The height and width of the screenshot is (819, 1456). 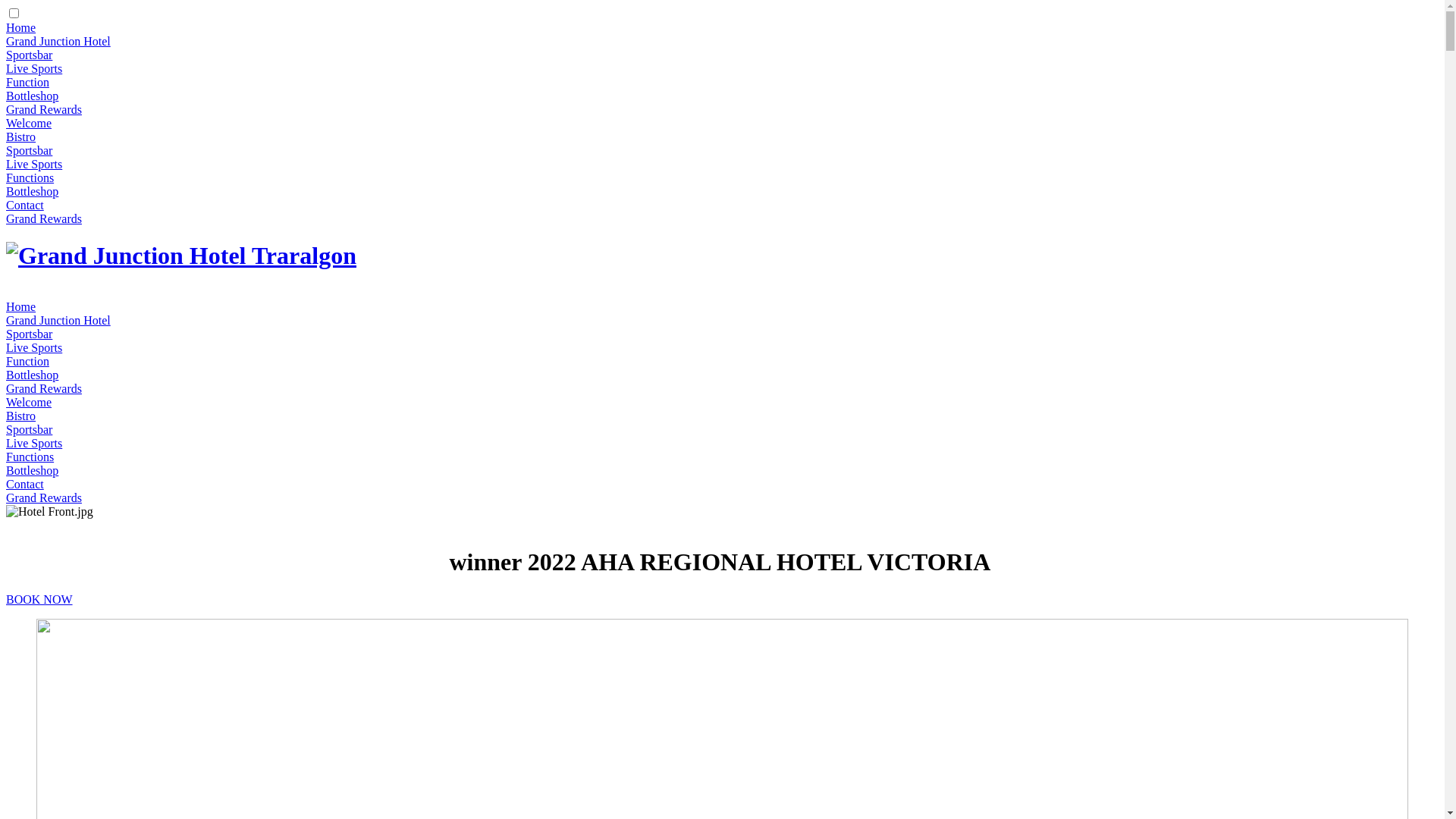 What do you see at coordinates (30, 177) in the screenshot?
I see `'Functions'` at bounding box center [30, 177].